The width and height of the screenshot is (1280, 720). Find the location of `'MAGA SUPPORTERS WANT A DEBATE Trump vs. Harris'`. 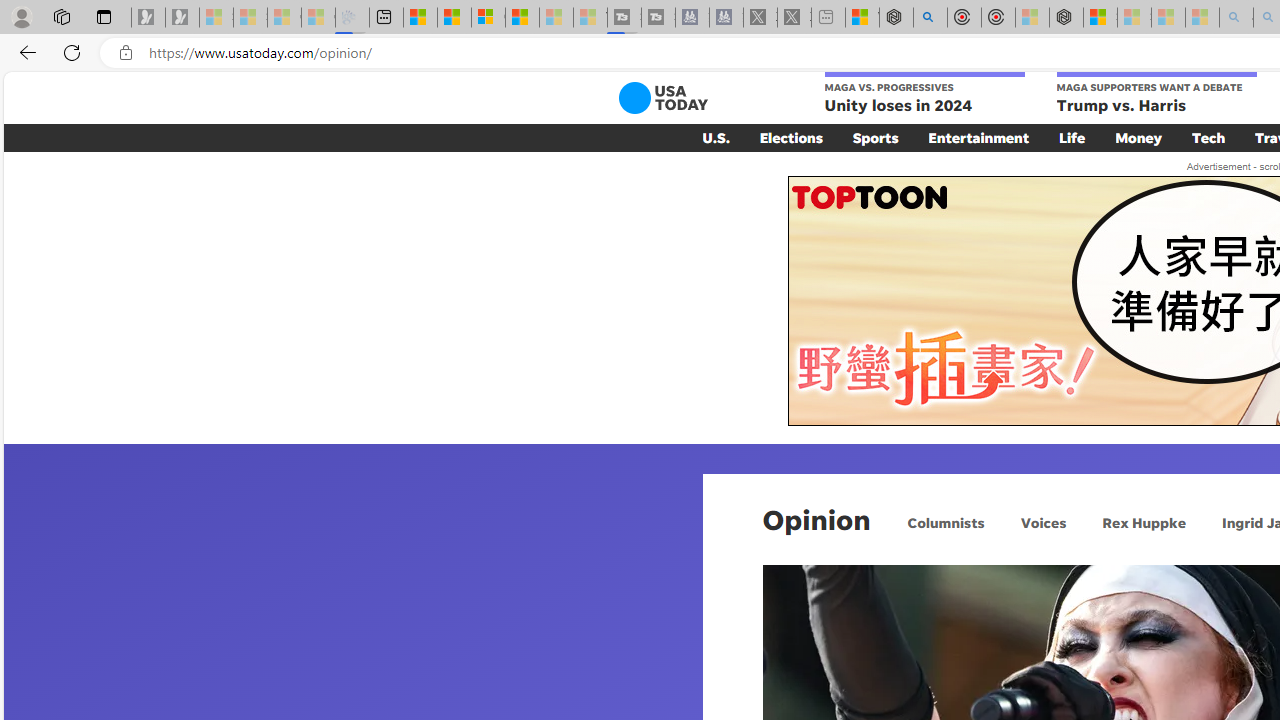

'MAGA SUPPORTERS WANT A DEBATE Trump vs. Harris' is located at coordinates (1156, 94).